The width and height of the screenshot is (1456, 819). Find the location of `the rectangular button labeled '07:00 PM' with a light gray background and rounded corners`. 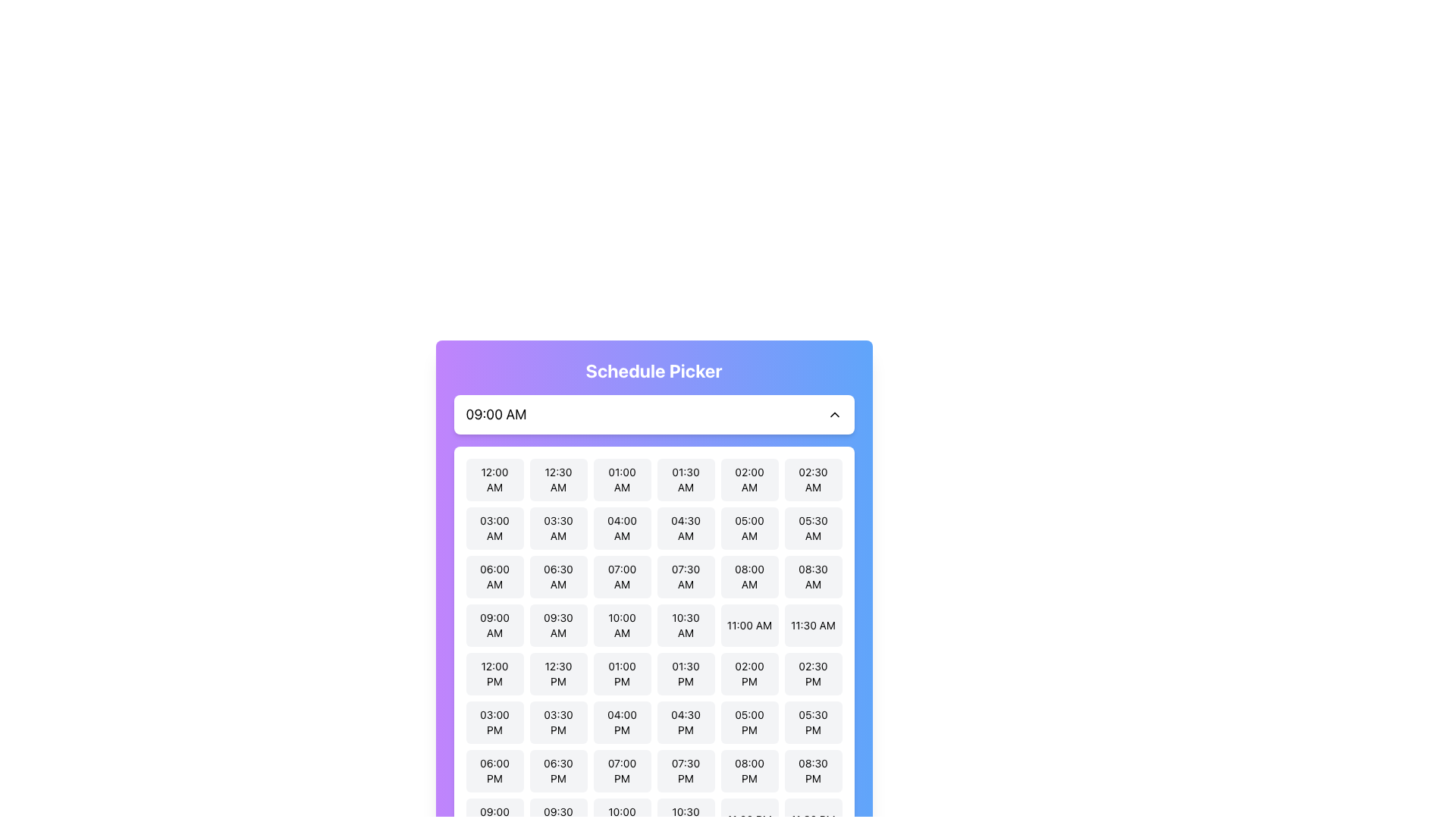

the rectangular button labeled '07:00 PM' with a light gray background and rounded corners is located at coordinates (622, 771).